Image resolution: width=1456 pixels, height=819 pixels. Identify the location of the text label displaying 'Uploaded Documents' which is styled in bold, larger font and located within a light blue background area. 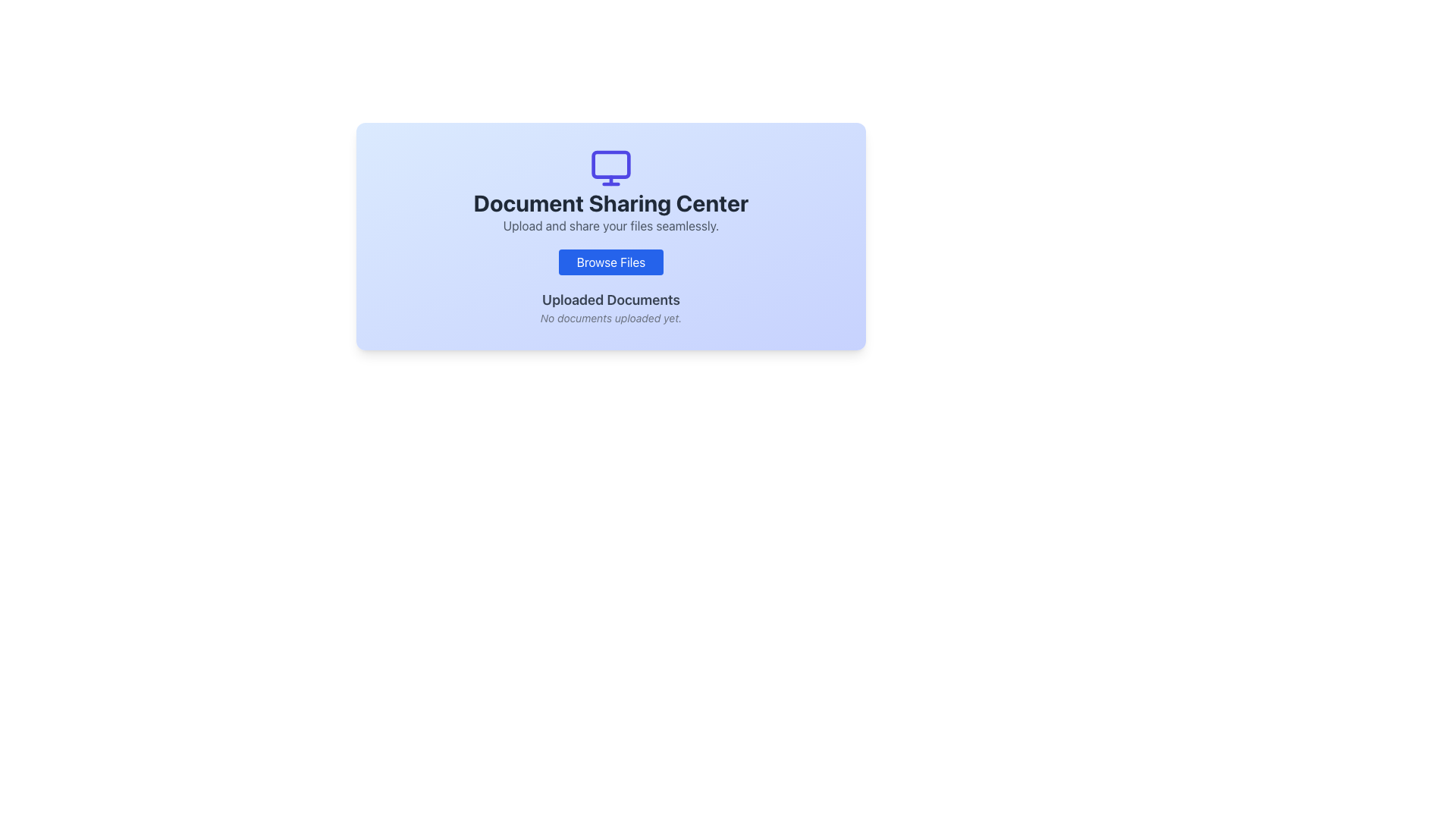
(611, 300).